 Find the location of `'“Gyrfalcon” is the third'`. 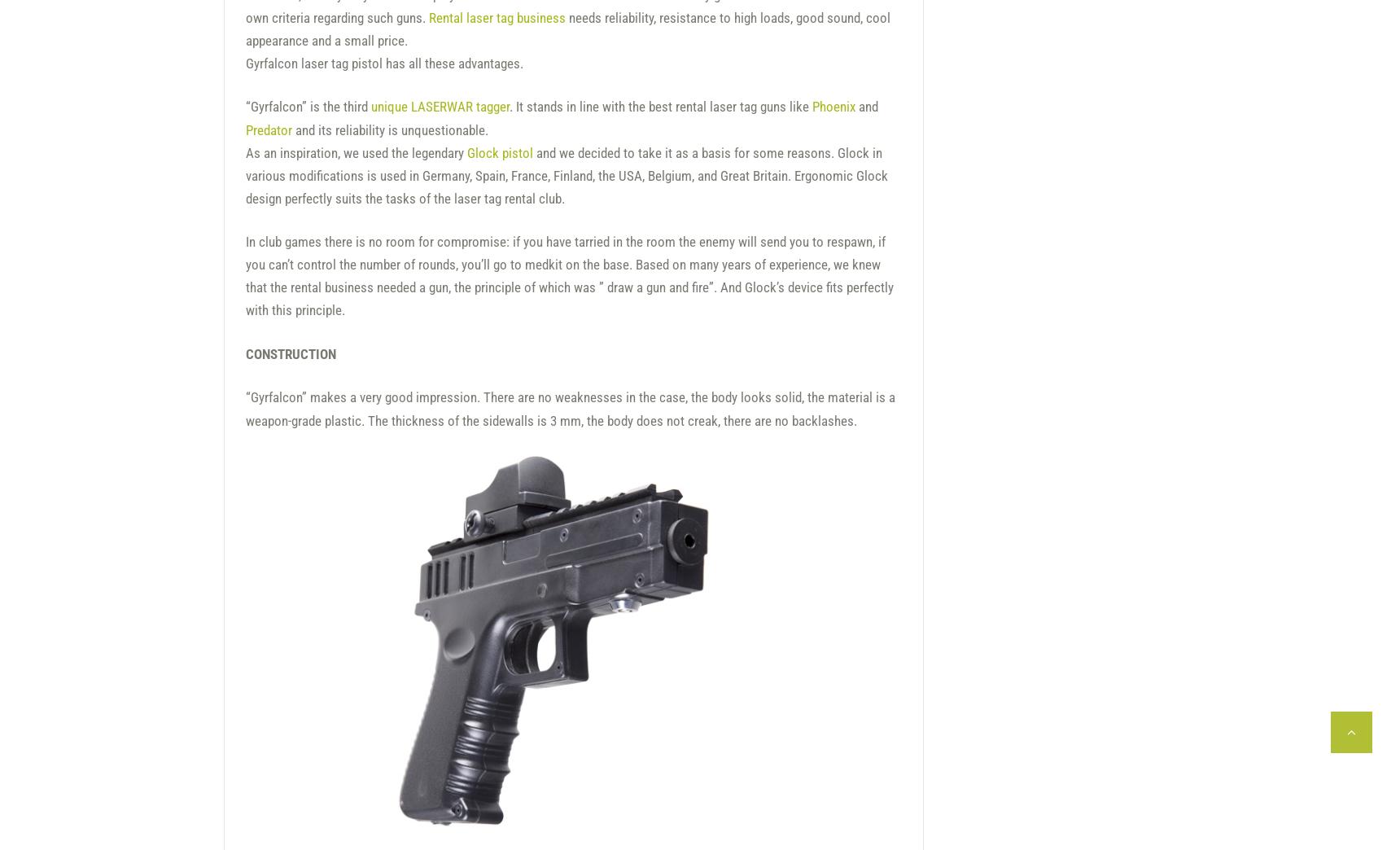

'“Gyrfalcon” is the third' is located at coordinates (308, 106).